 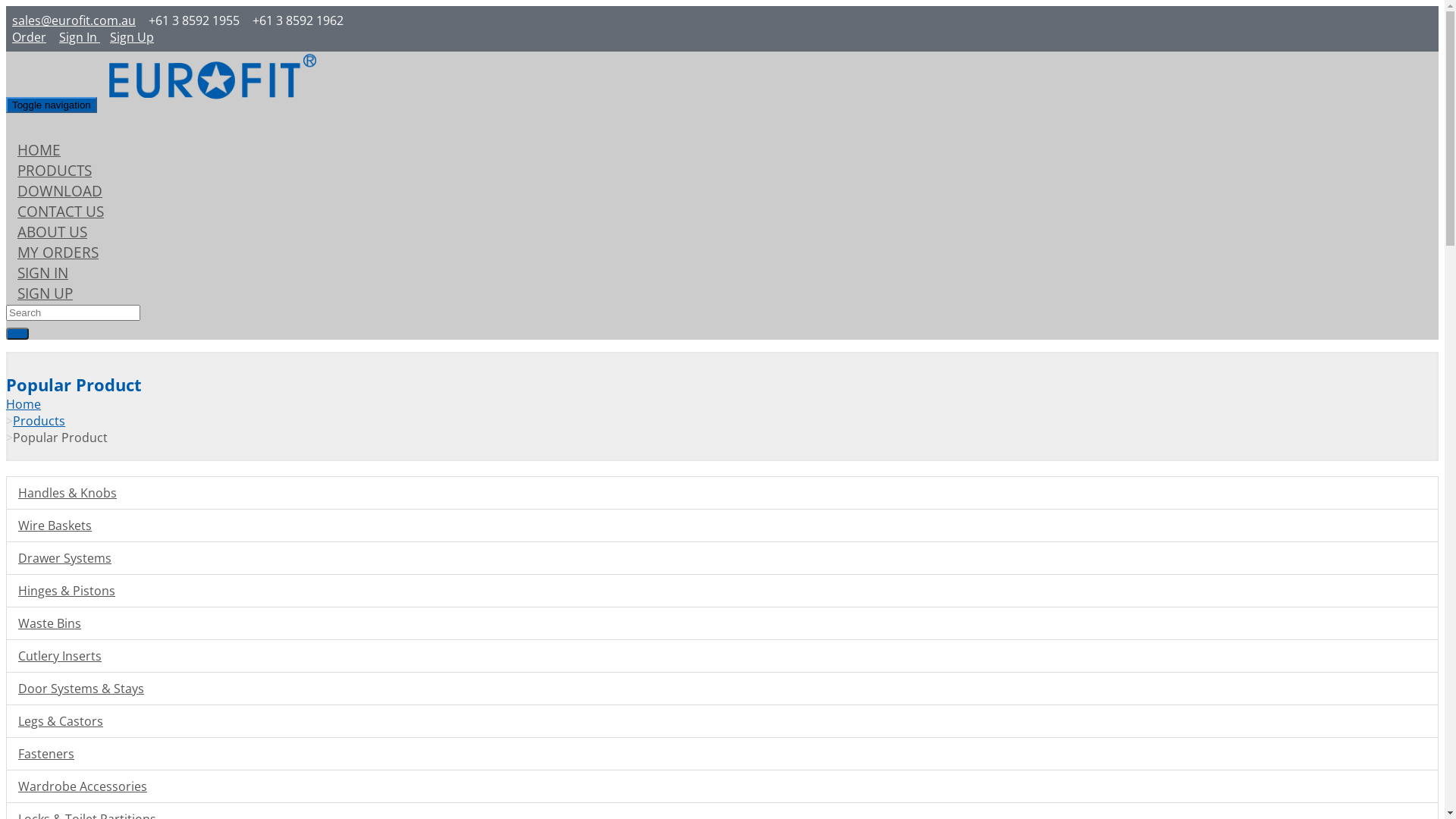 What do you see at coordinates (58, 251) in the screenshot?
I see `'MY ORDERS'` at bounding box center [58, 251].